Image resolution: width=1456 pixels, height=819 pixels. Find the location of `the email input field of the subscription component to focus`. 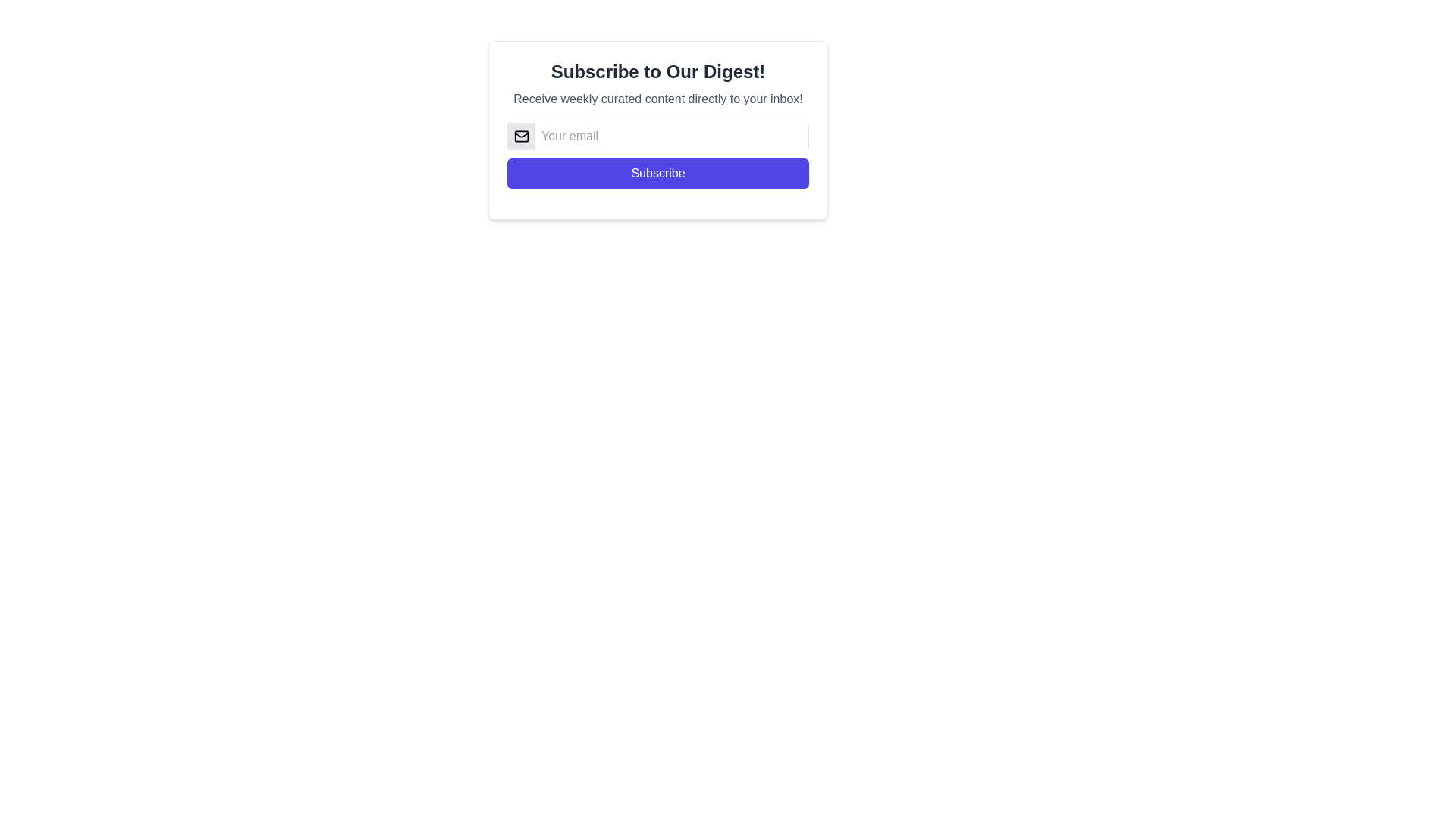

the email input field of the subscription component to focus is located at coordinates (658, 130).